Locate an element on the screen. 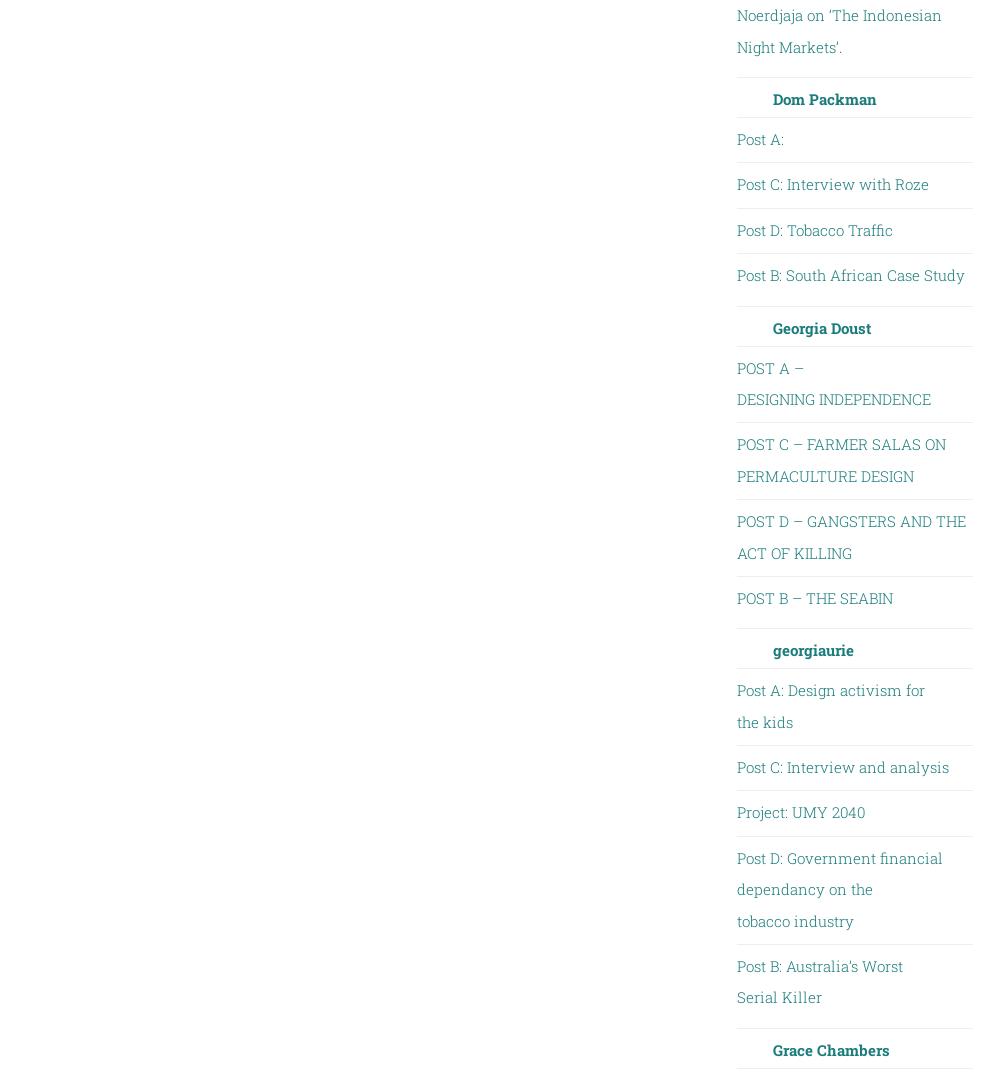 This screenshot has width=1000, height=1078. 'Project: UMY 2040' is located at coordinates (800, 811).